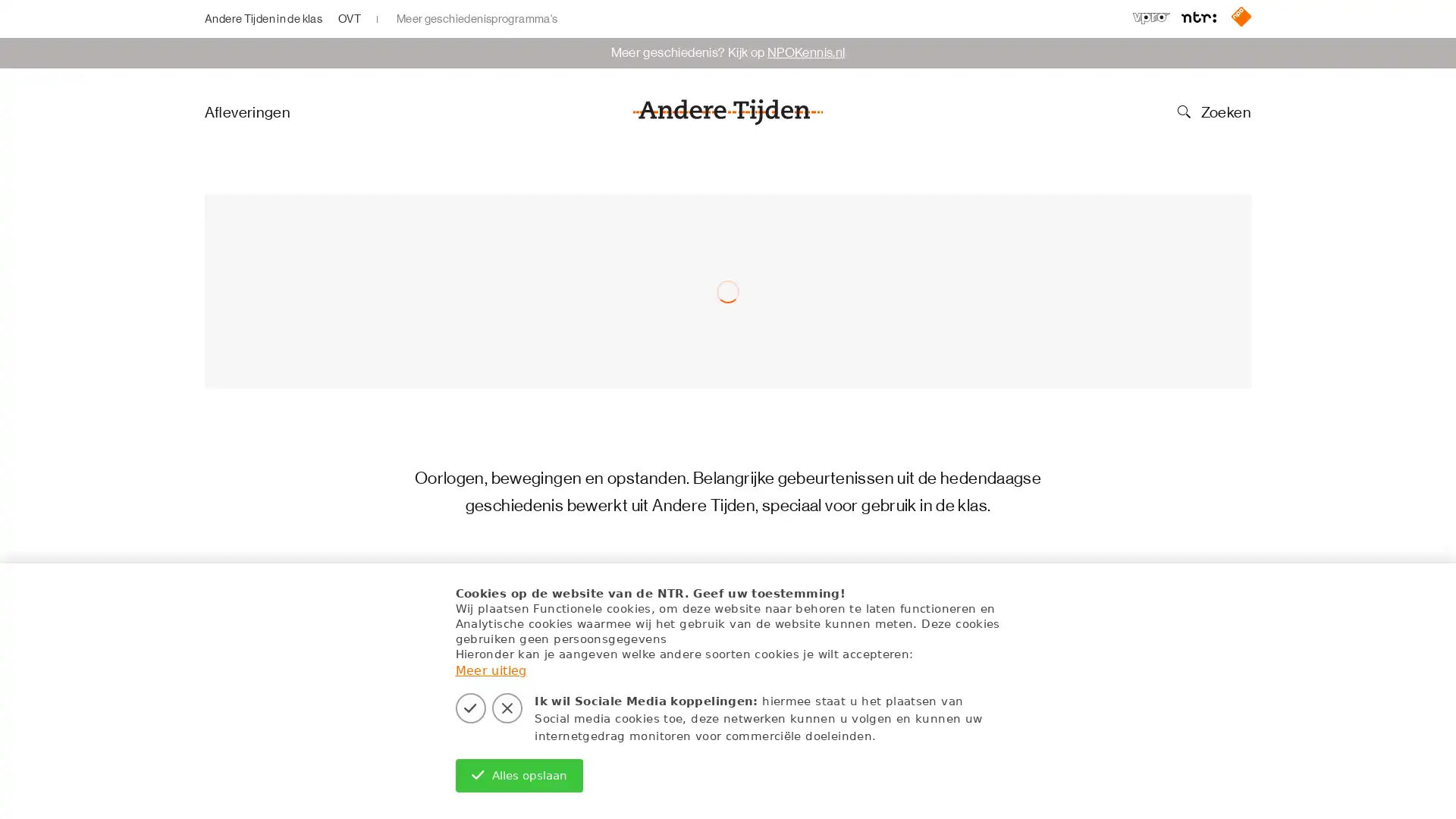 The height and width of the screenshot is (819, 1456). I want to click on Alles opslaan, so click(519, 775).